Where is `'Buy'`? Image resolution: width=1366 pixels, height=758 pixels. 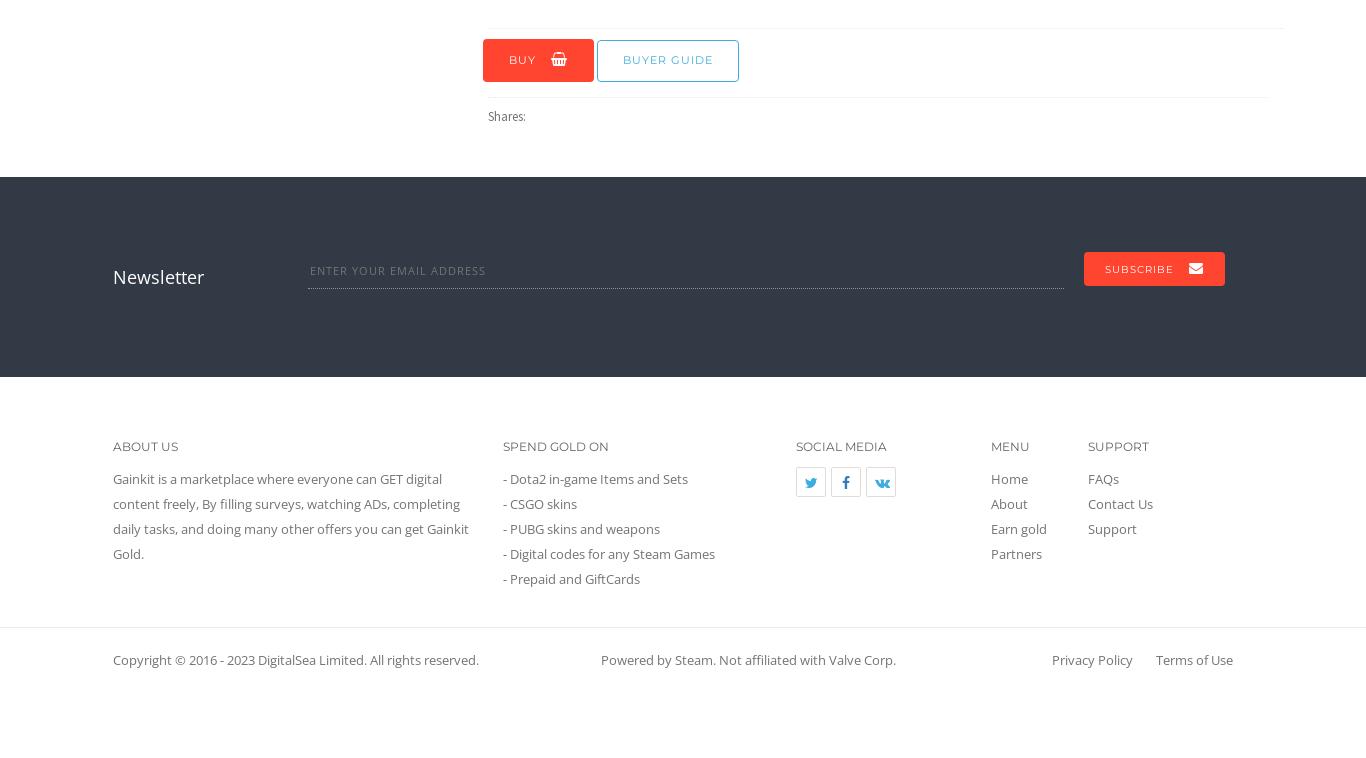
'Buy' is located at coordinates (522, 59).